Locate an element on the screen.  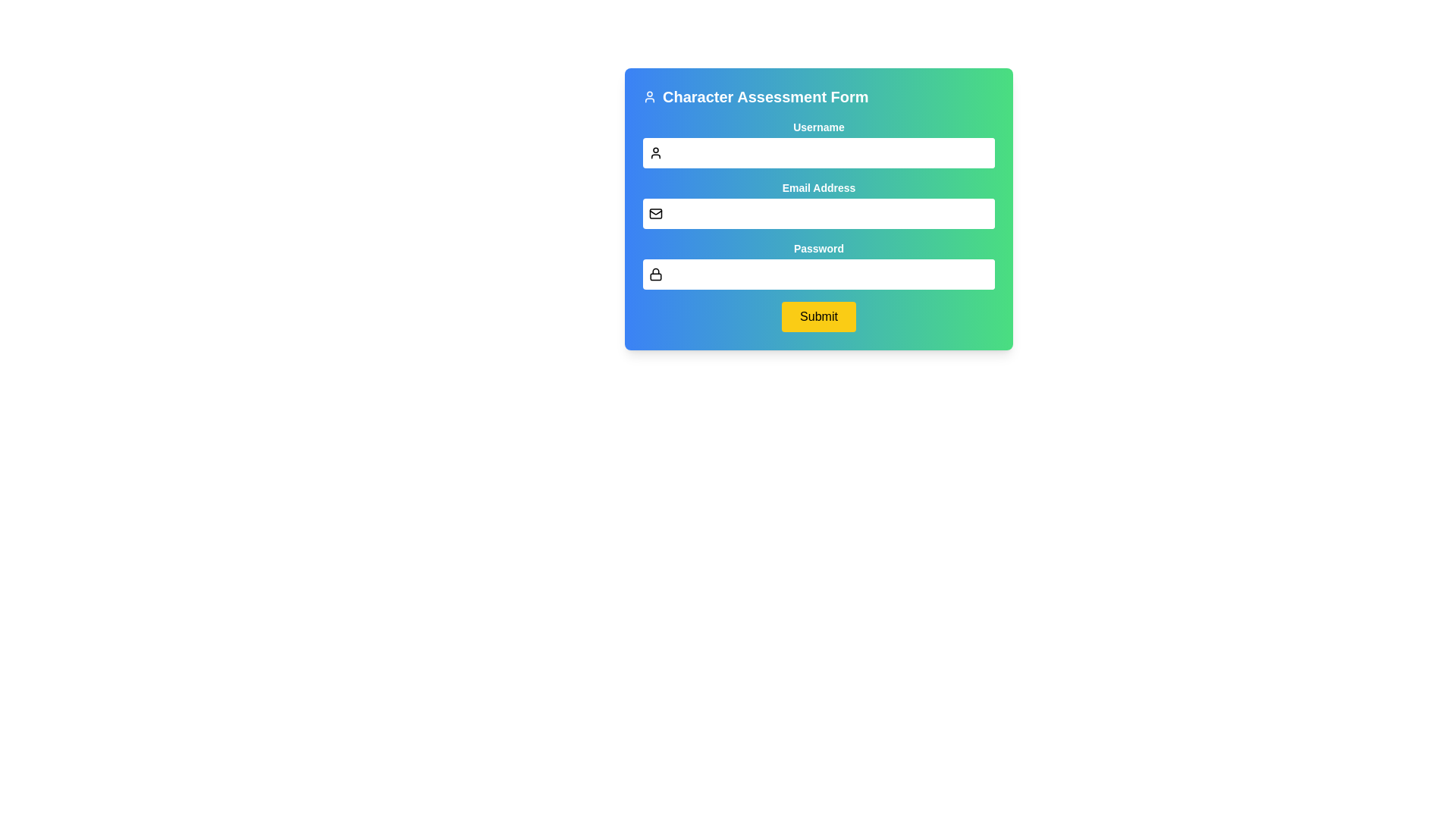
the decorative icon that serves as a visual indicator for the password input field, located to the left of the password field in the third section of the form is located at coordinates (655, 275).